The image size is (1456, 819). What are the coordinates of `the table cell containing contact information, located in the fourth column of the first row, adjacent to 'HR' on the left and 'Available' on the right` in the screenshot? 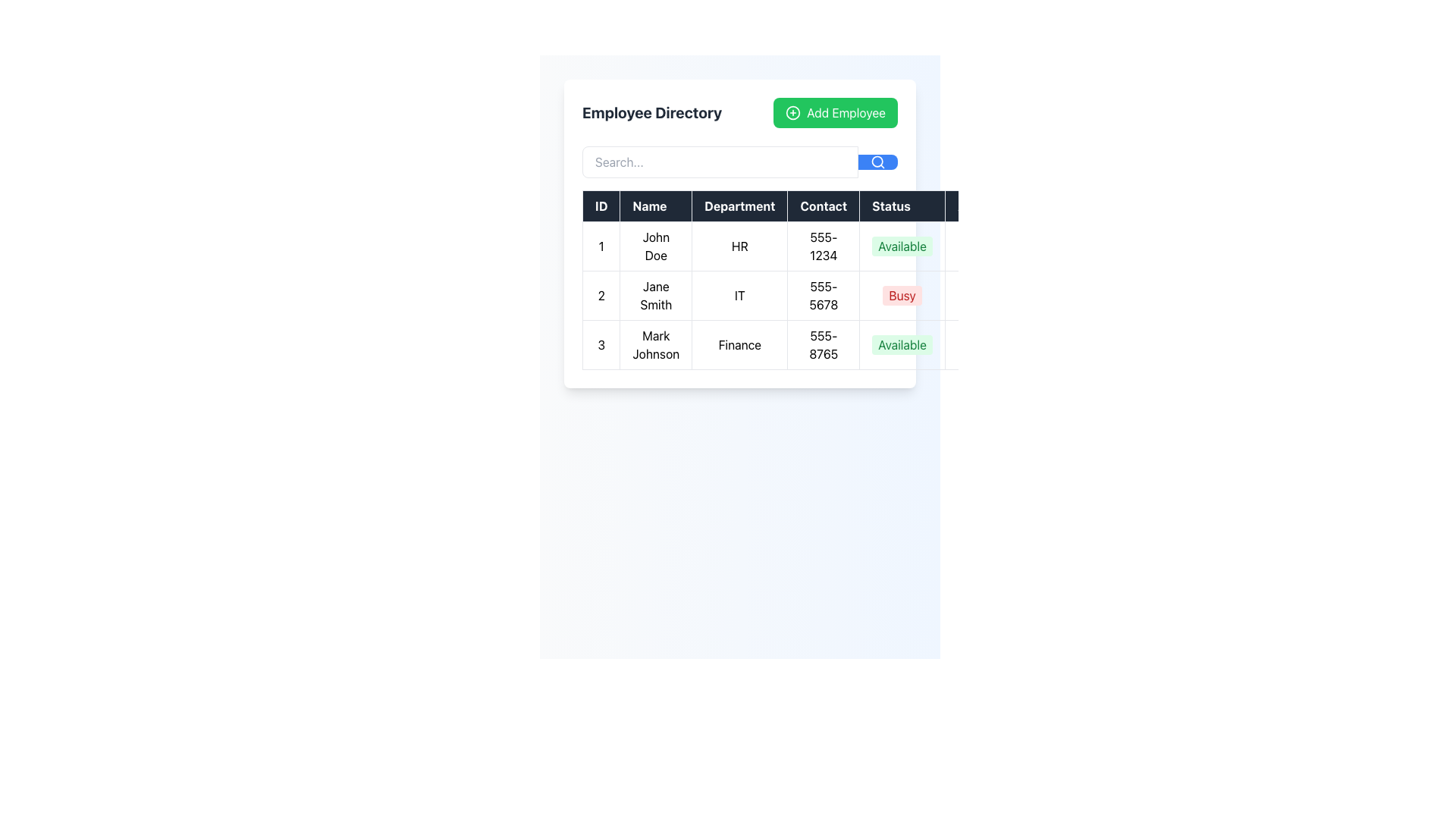 It's located at (823, 245).